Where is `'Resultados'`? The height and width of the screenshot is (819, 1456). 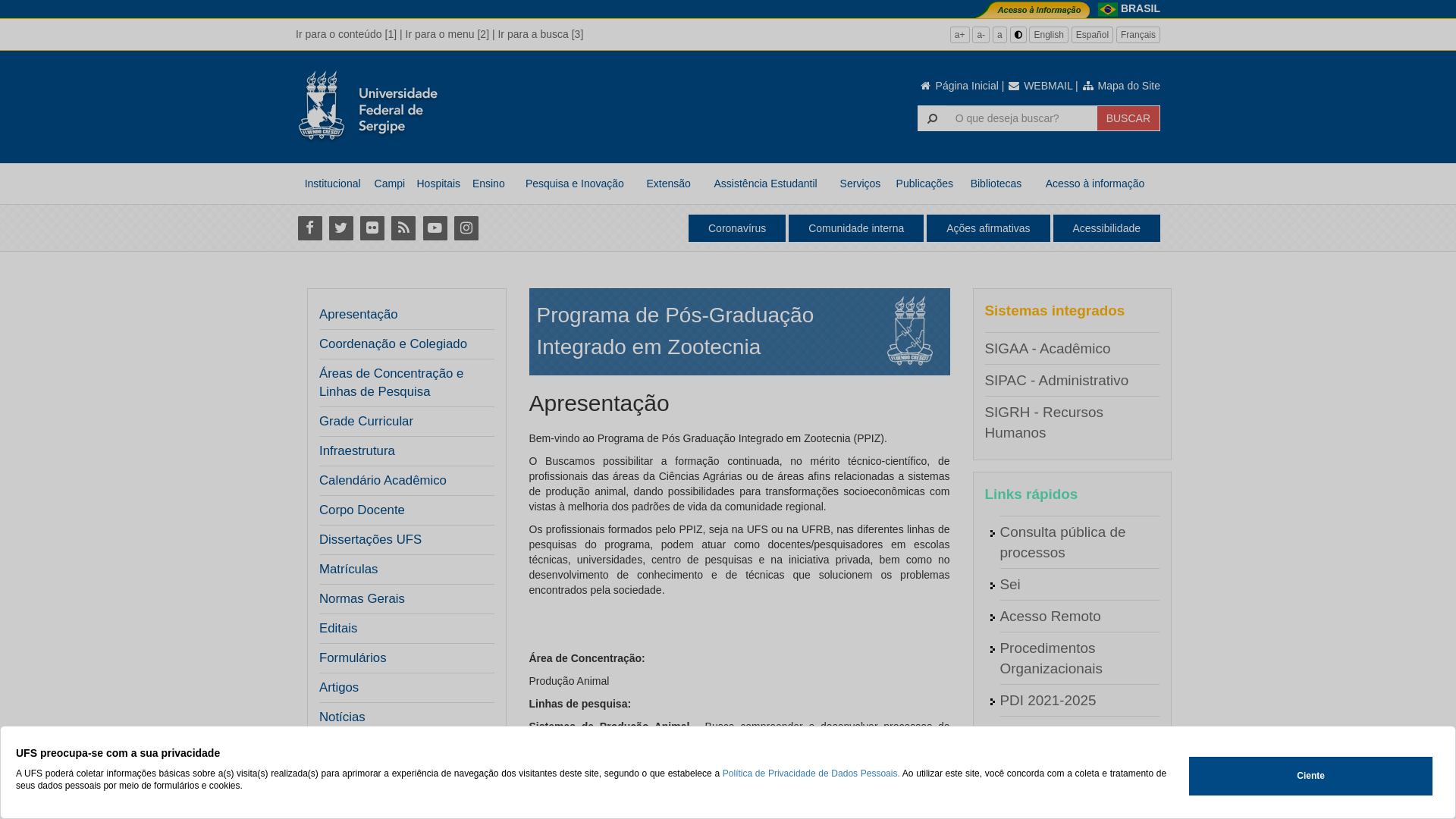
'Resultados' is located at coordinates (350, 745).